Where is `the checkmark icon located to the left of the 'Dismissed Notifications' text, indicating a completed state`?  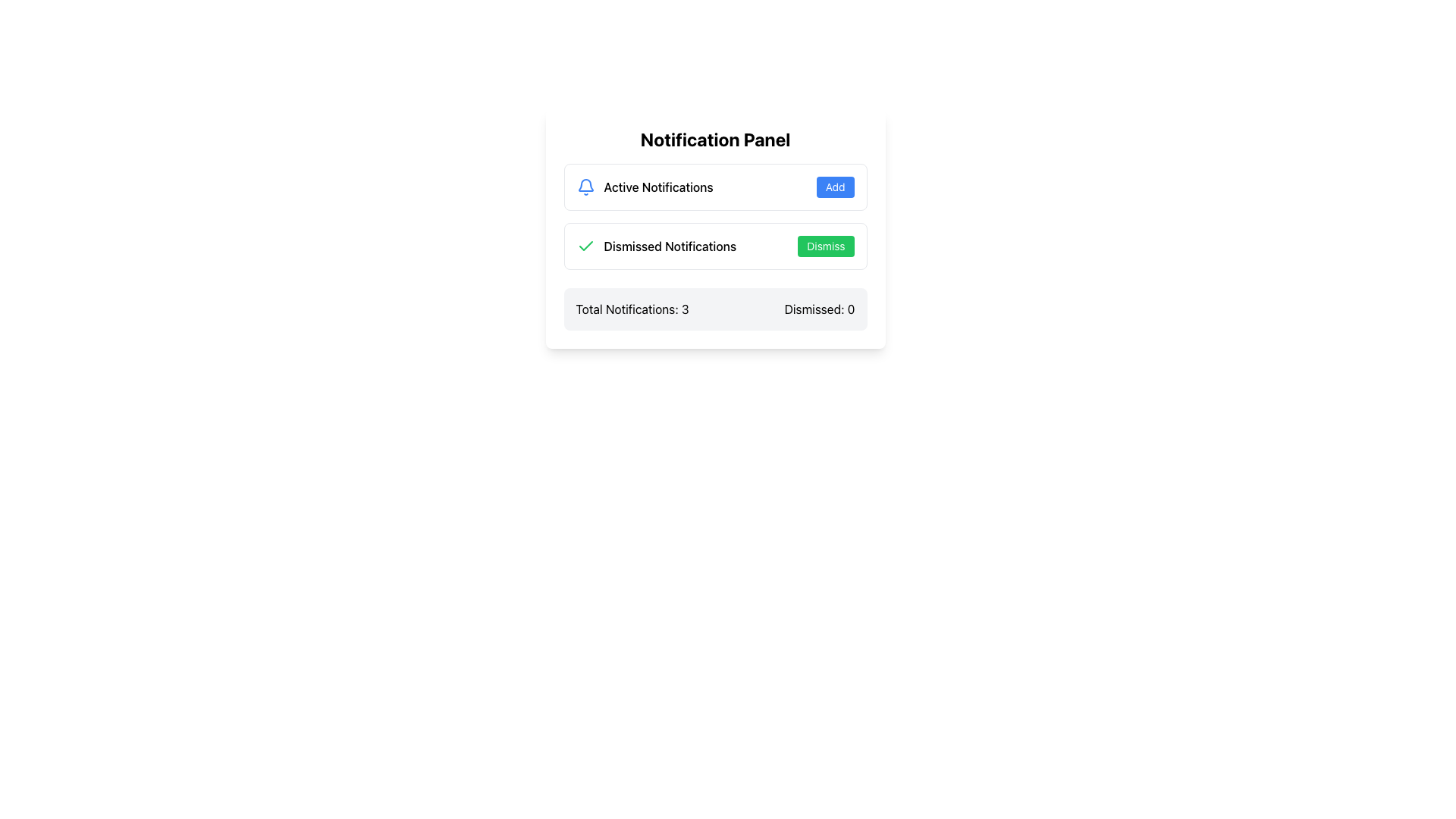
the checkmark icon located to the left of the 'Dismissed Notifications' text, indicating a completed state is located at coordinates (585, 245).